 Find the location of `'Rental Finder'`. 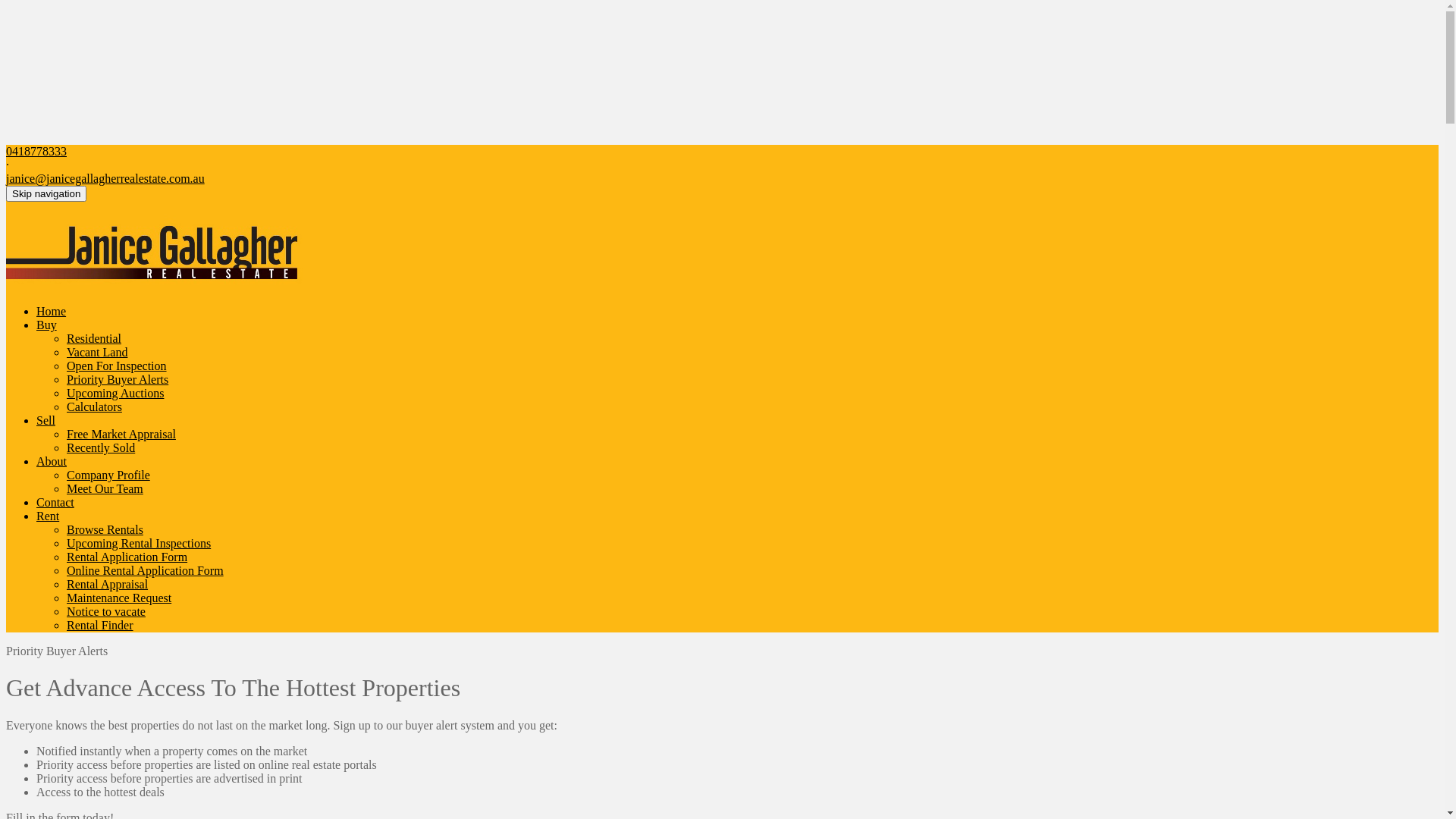

'Rental Finder' is located at coordinates (99, 625).